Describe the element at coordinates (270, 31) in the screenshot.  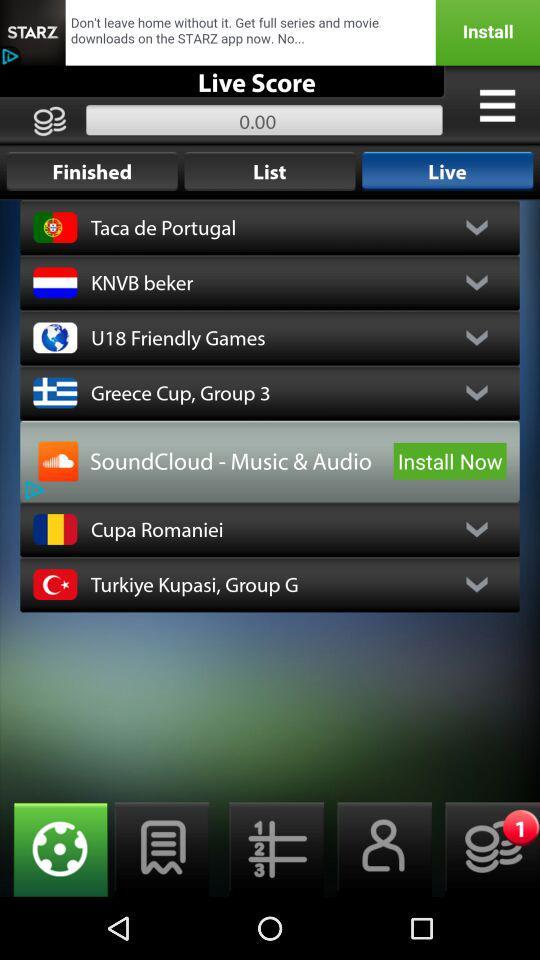
I see `share the article` at that location.